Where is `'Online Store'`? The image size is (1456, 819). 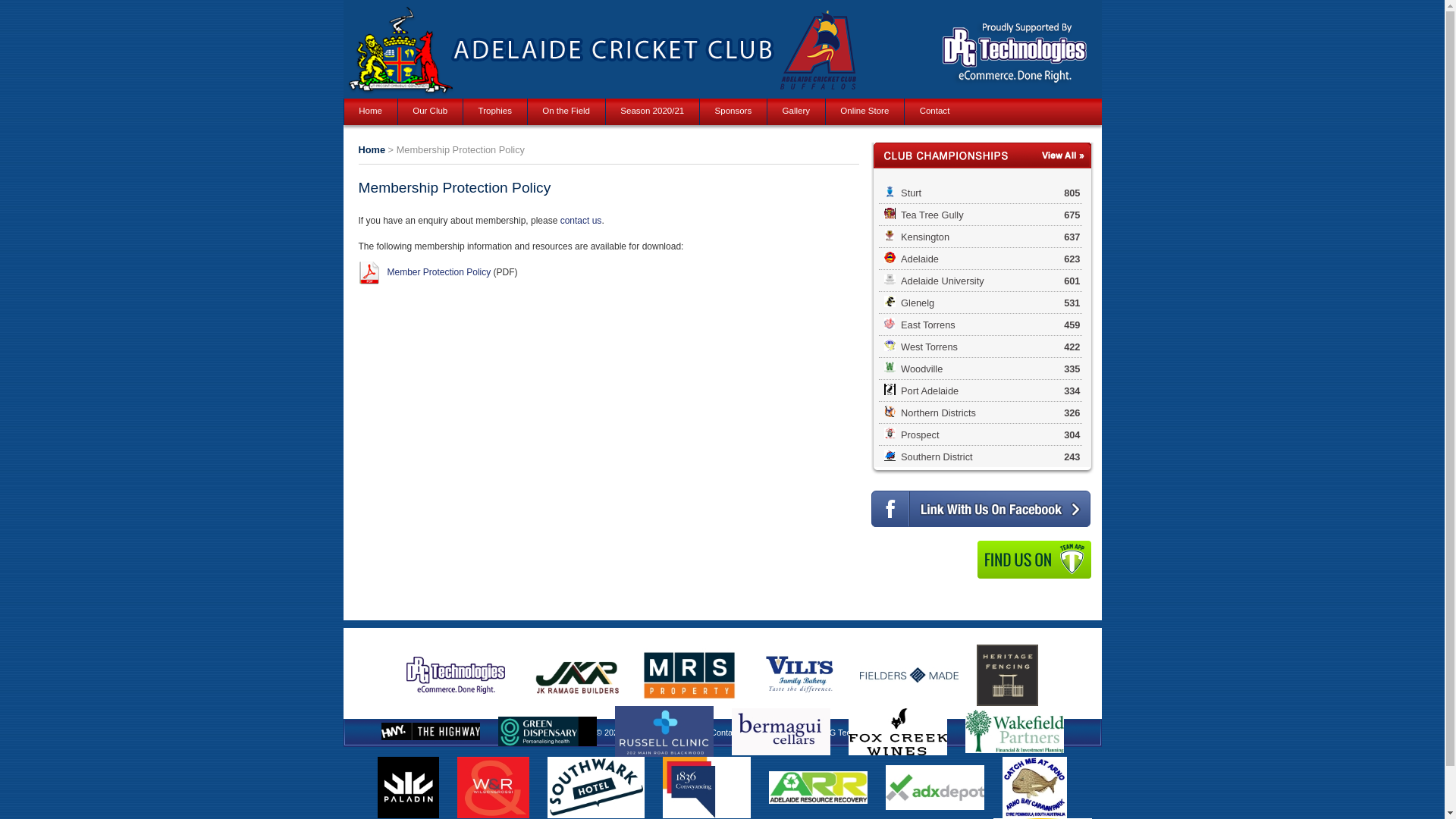
'Online Store' is located at coordinates (864, 110).